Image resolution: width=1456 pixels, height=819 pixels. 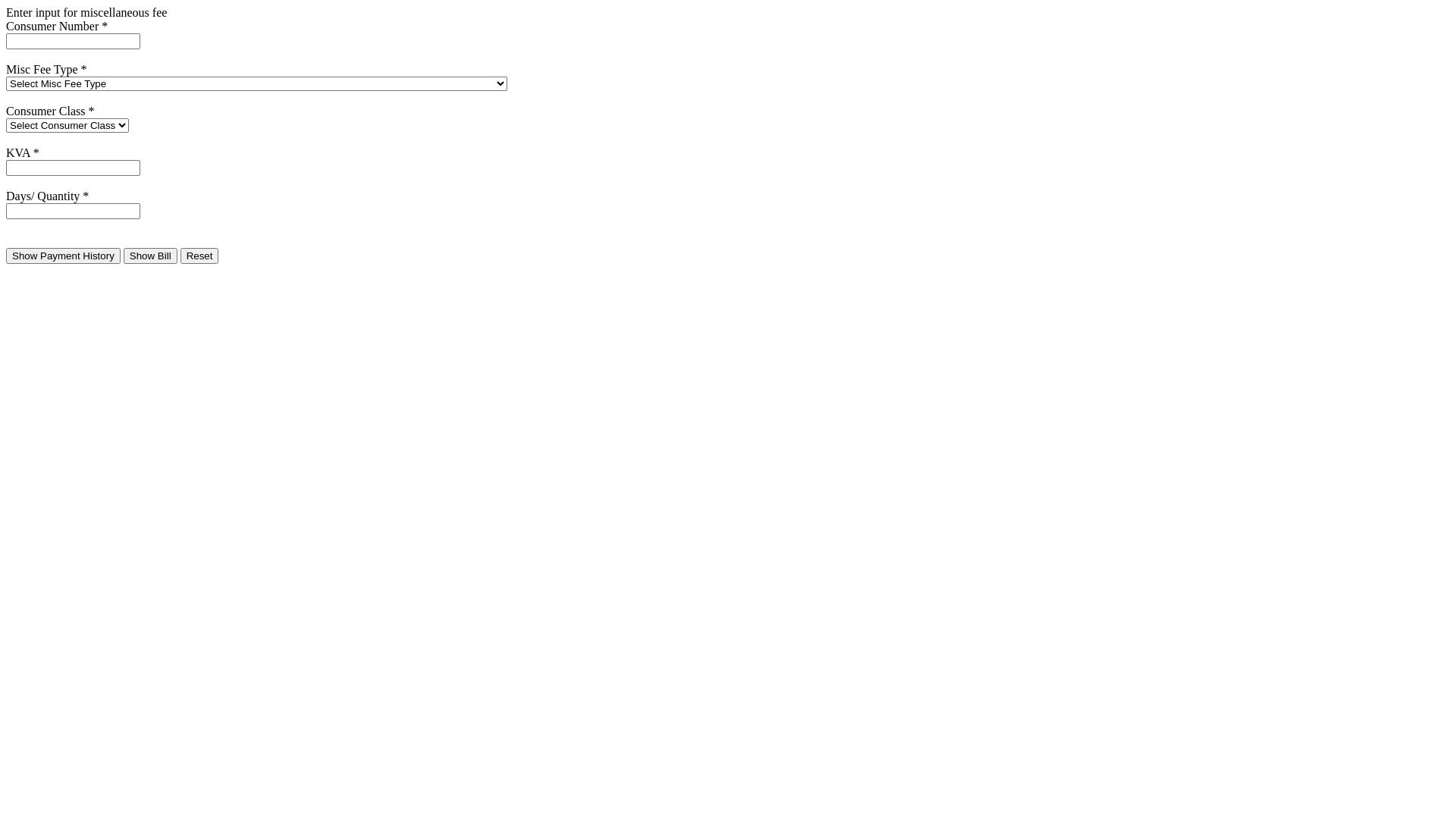 I want to click on 'Show Bill', so click(x=150, y=255).